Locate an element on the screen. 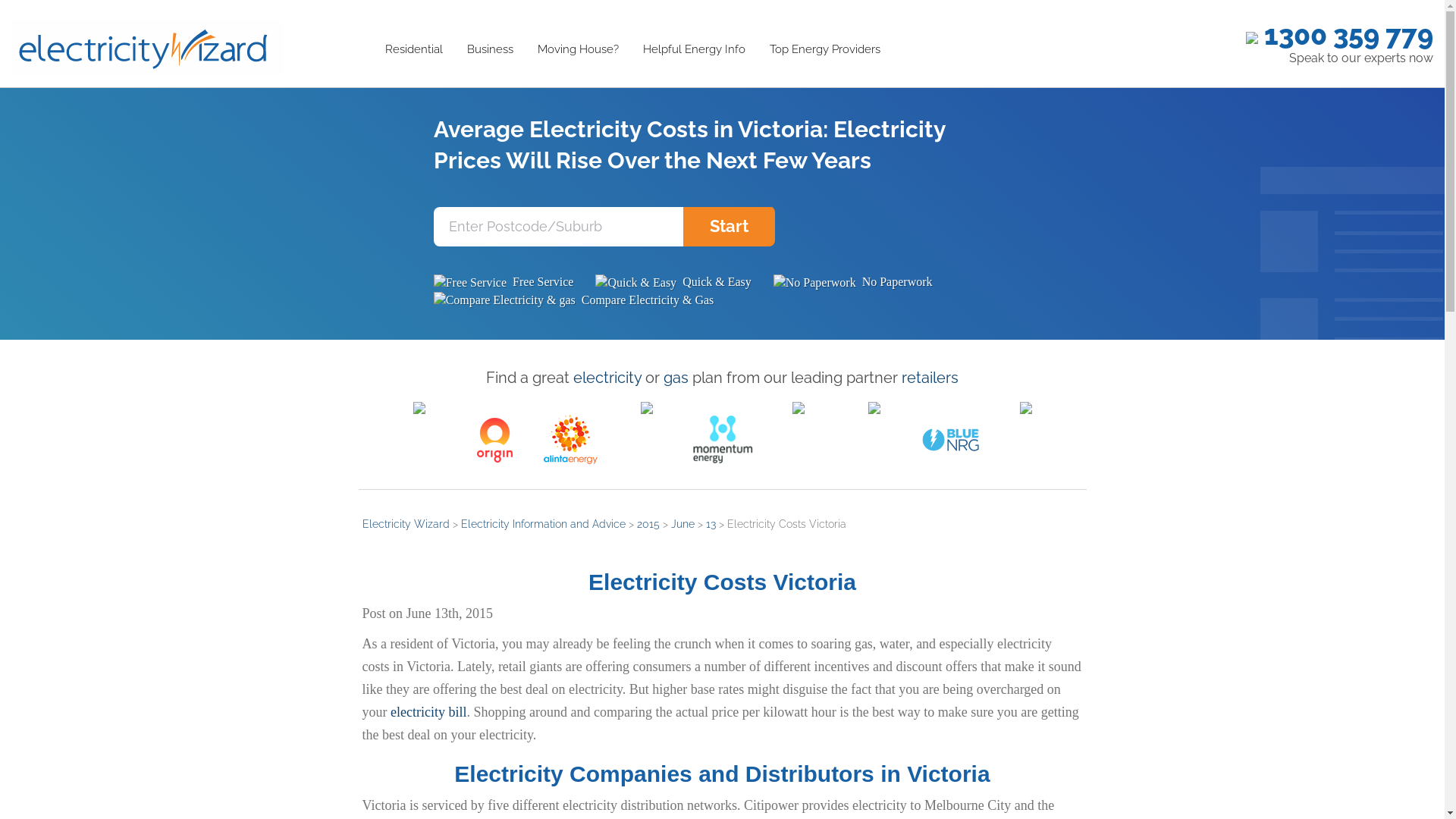 The width and height of the screenshot is (1456, 819). 'retailers' is located at coordinates (929, 376).